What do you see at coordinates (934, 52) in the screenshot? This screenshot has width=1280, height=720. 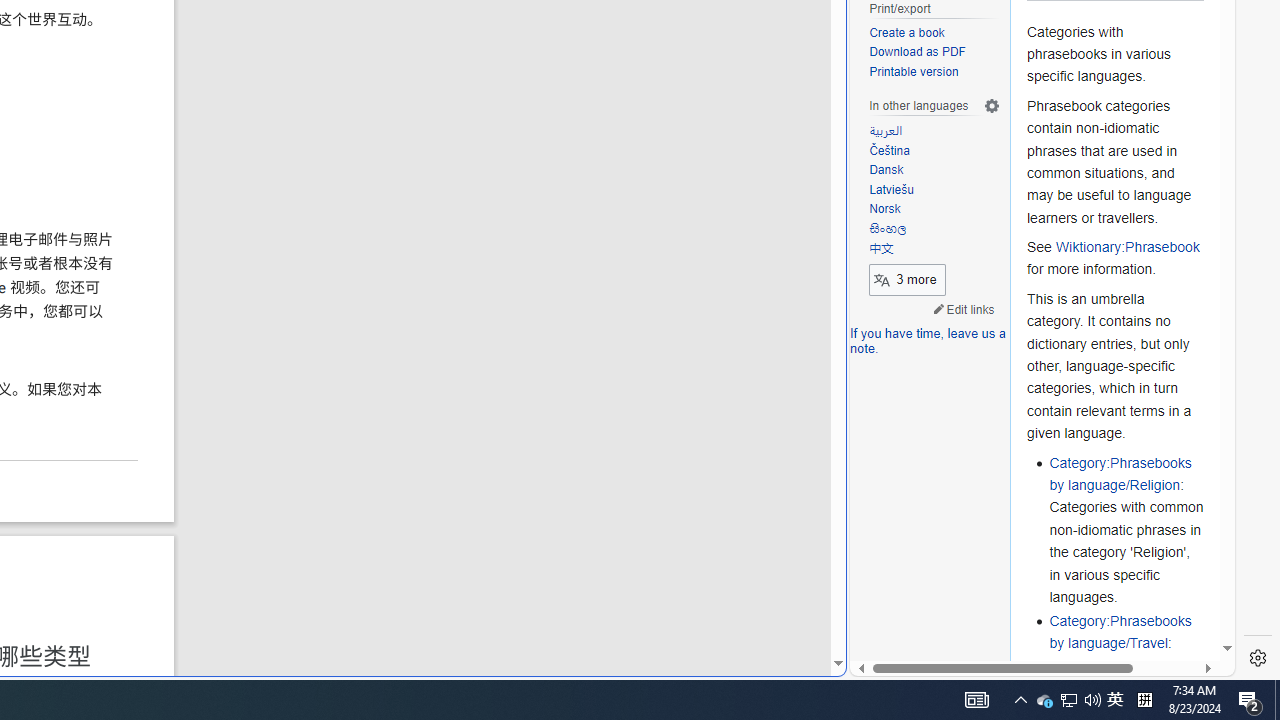 I see `'Download as PDF'` at bounding box center [934, 52].